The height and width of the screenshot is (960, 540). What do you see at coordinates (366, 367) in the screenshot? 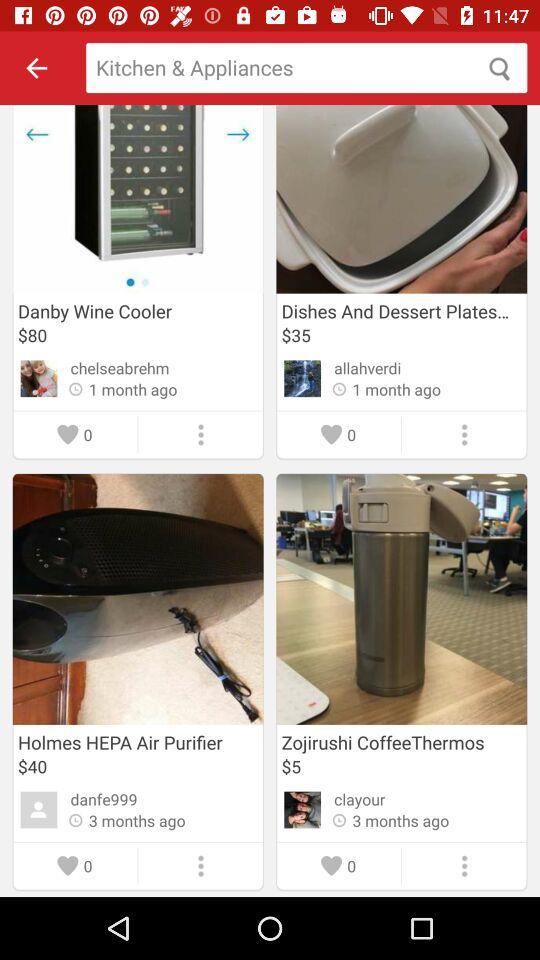
I see `item below the $35 item` at bounding box center [366, 367].